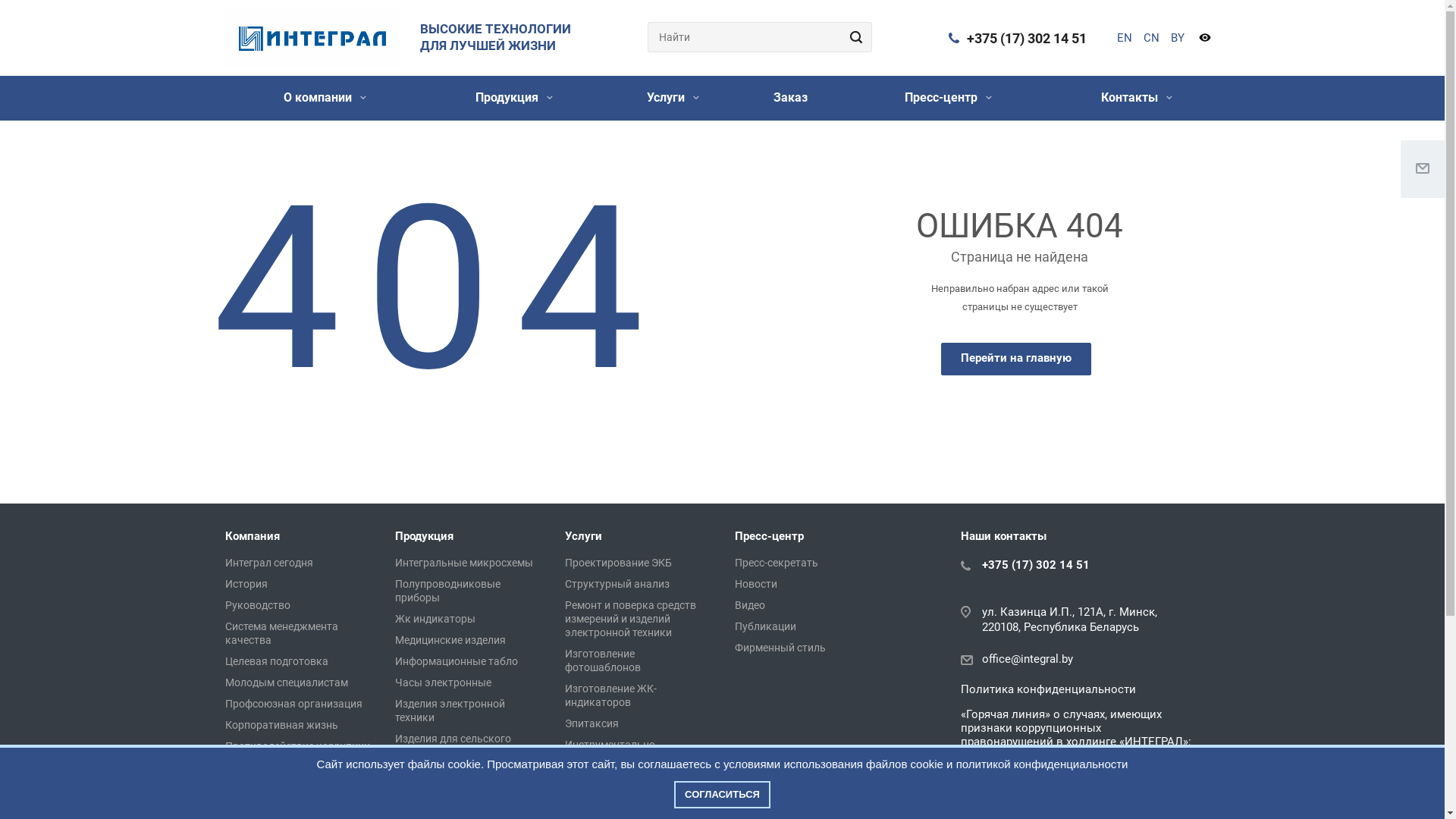 This screenshot has width=1456, height=819. Describe the element at coordinates (1177, 37) in the screenshot. I see `'BY'` at that location.